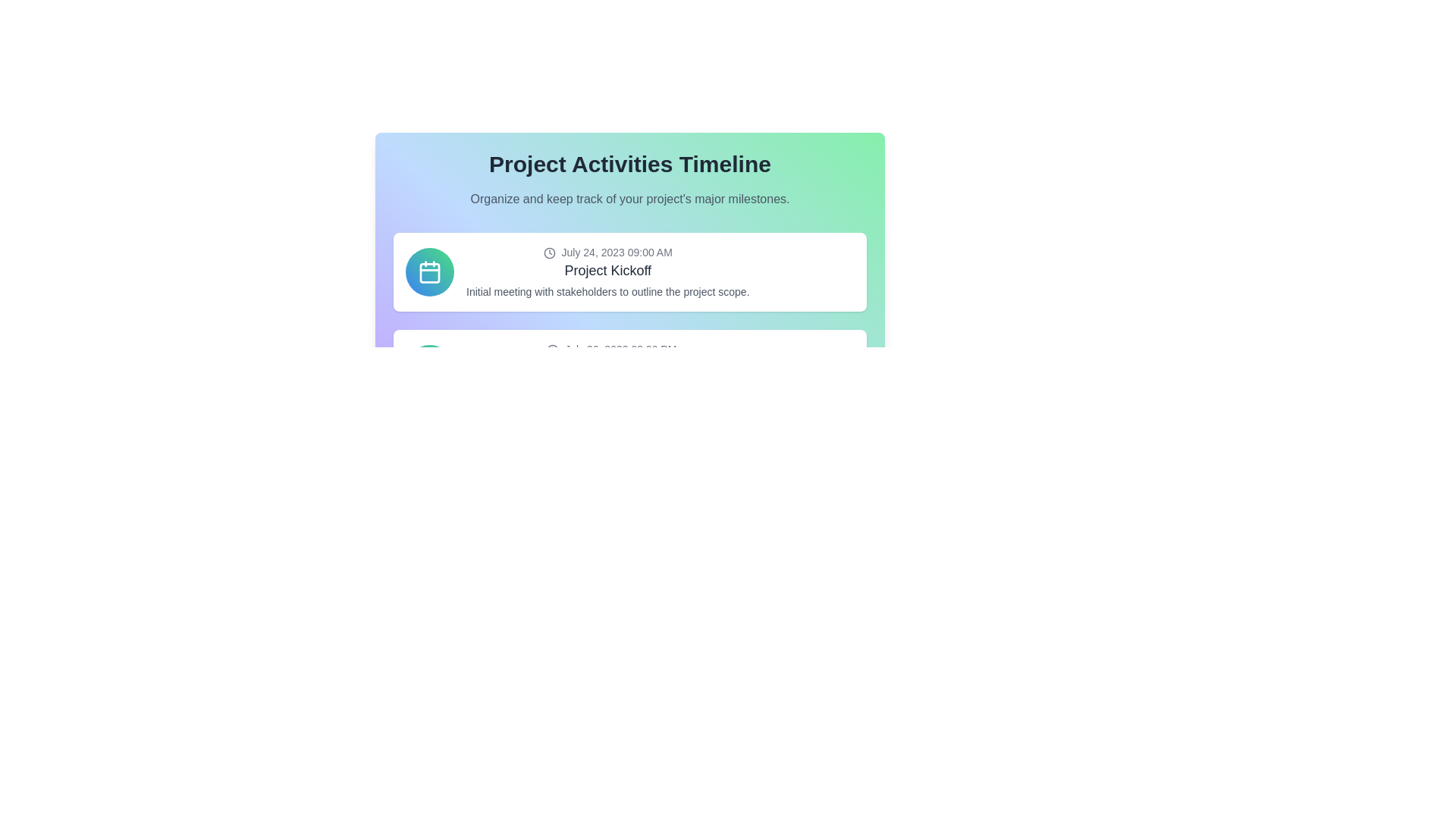 Image resolution: width=1456 pixels, height=819 pixels. What do you see at coordinates (428, 271) in the screenshot?
I see `the circular icon with a gradient fill transitioning from blue to green, which contains a white calendar symbol in the center, located to the left of the text content inside a project kickoff card layout` at bounding box center [428, 271].